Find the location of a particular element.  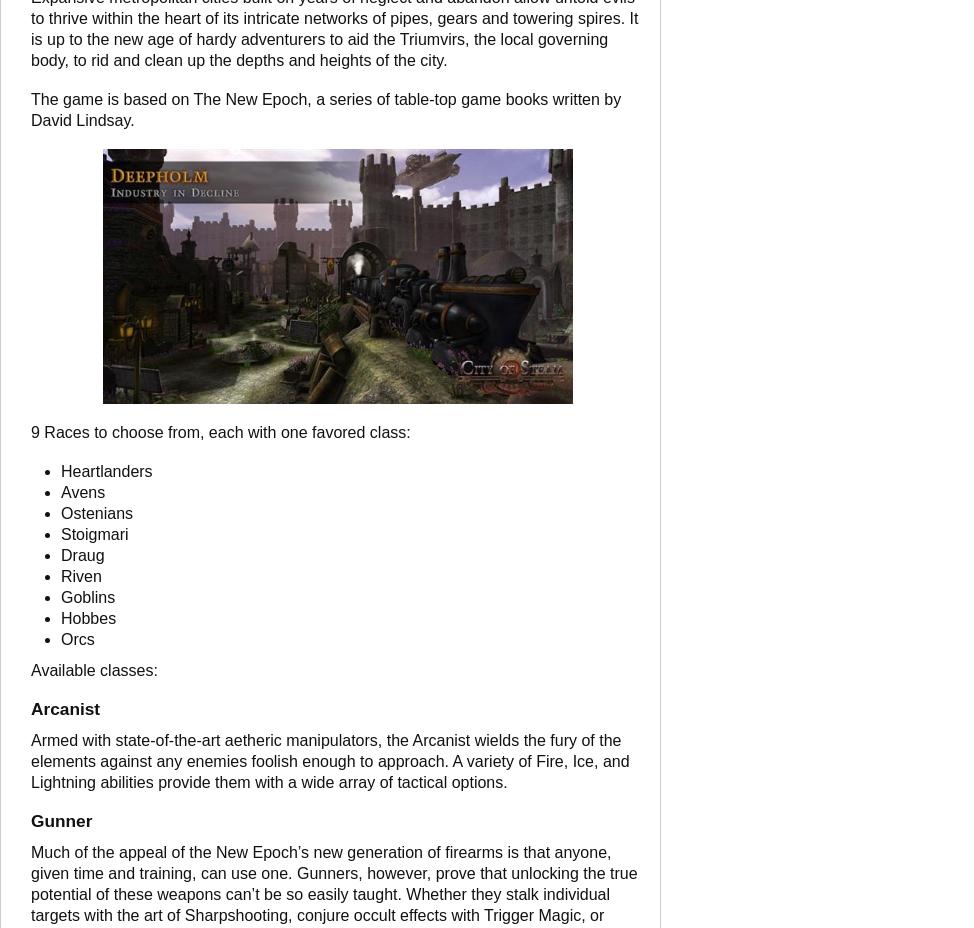

'Available classes:' is located at coordinates (92, 670).